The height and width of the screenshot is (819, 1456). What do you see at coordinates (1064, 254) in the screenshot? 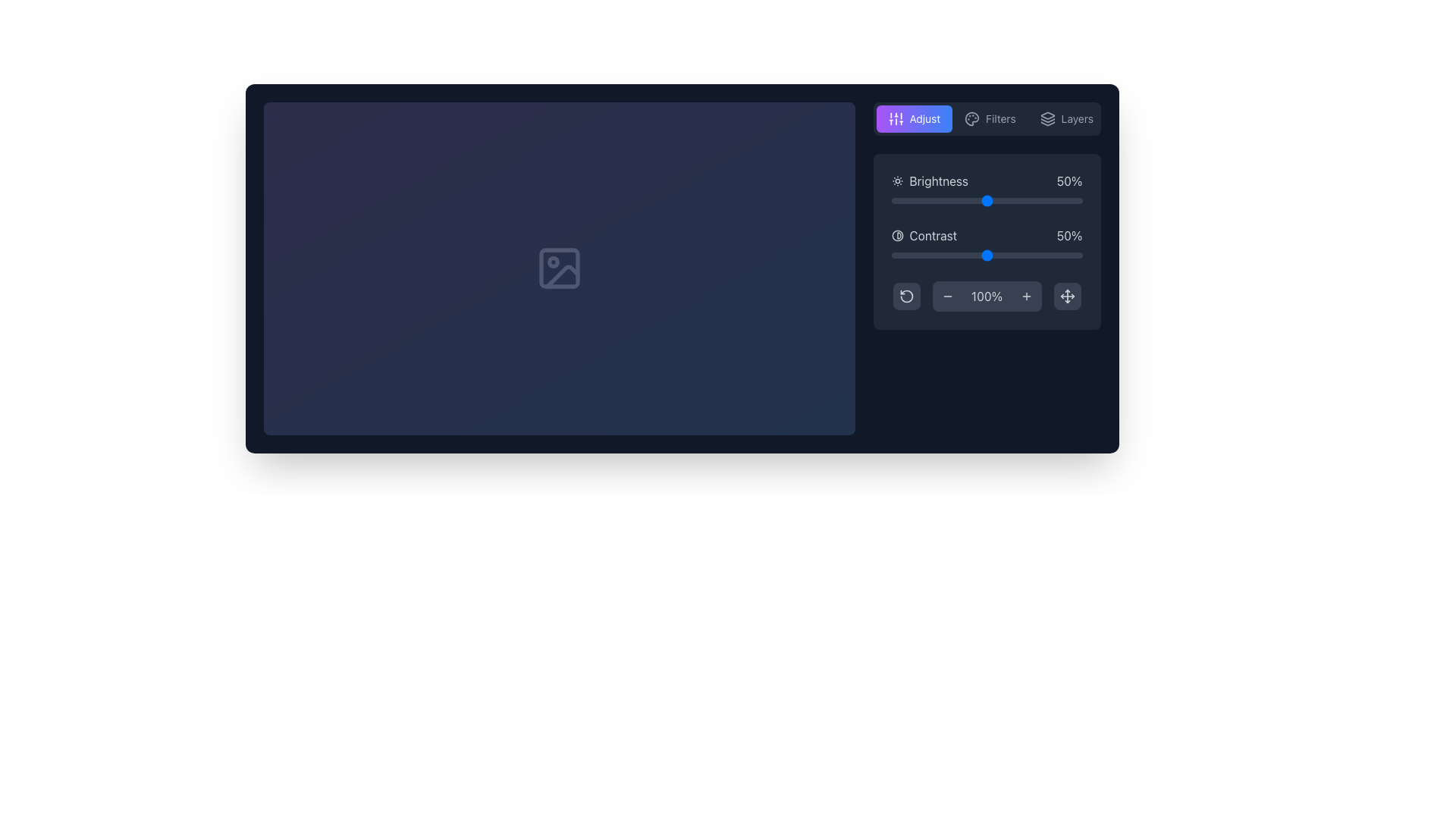
I see `the contrast` at bounding box center [1064, 254].